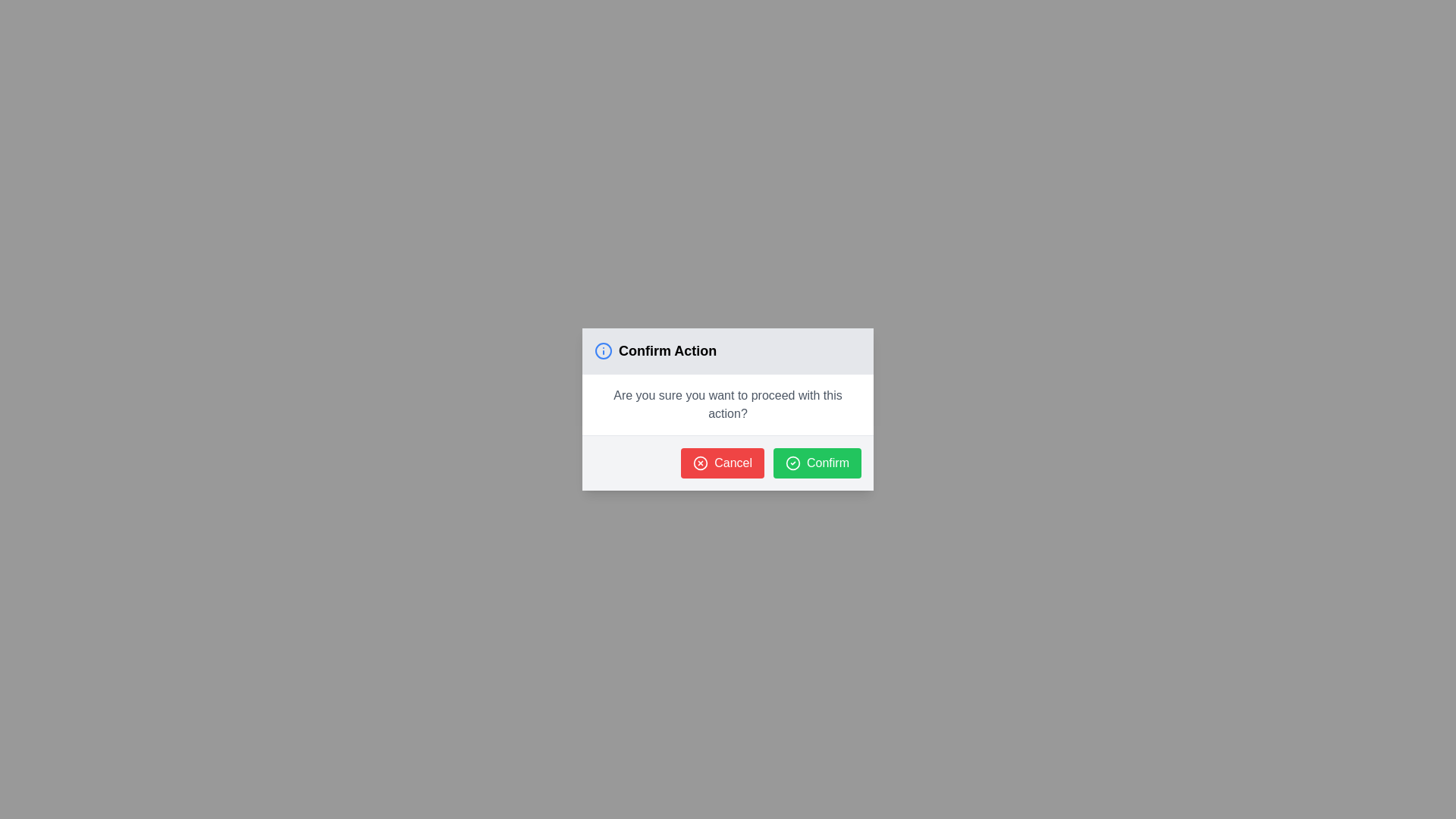 This screenshot has width=1456, height=819. I want to click on the 'Cancel' button with a red background and white text, located at the bottom-right section of the modal dialog, so click(722, 462).